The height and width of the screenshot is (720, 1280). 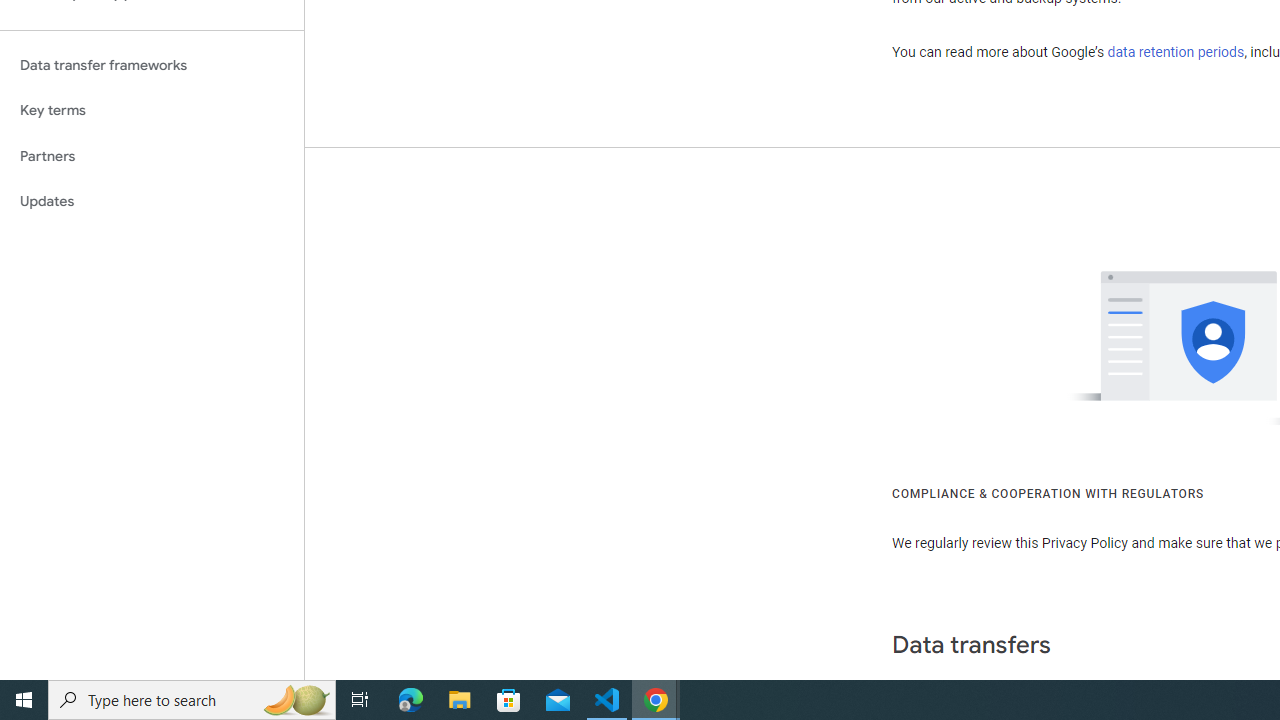 I want to click on 'Partners', so click(x=151, y=155).